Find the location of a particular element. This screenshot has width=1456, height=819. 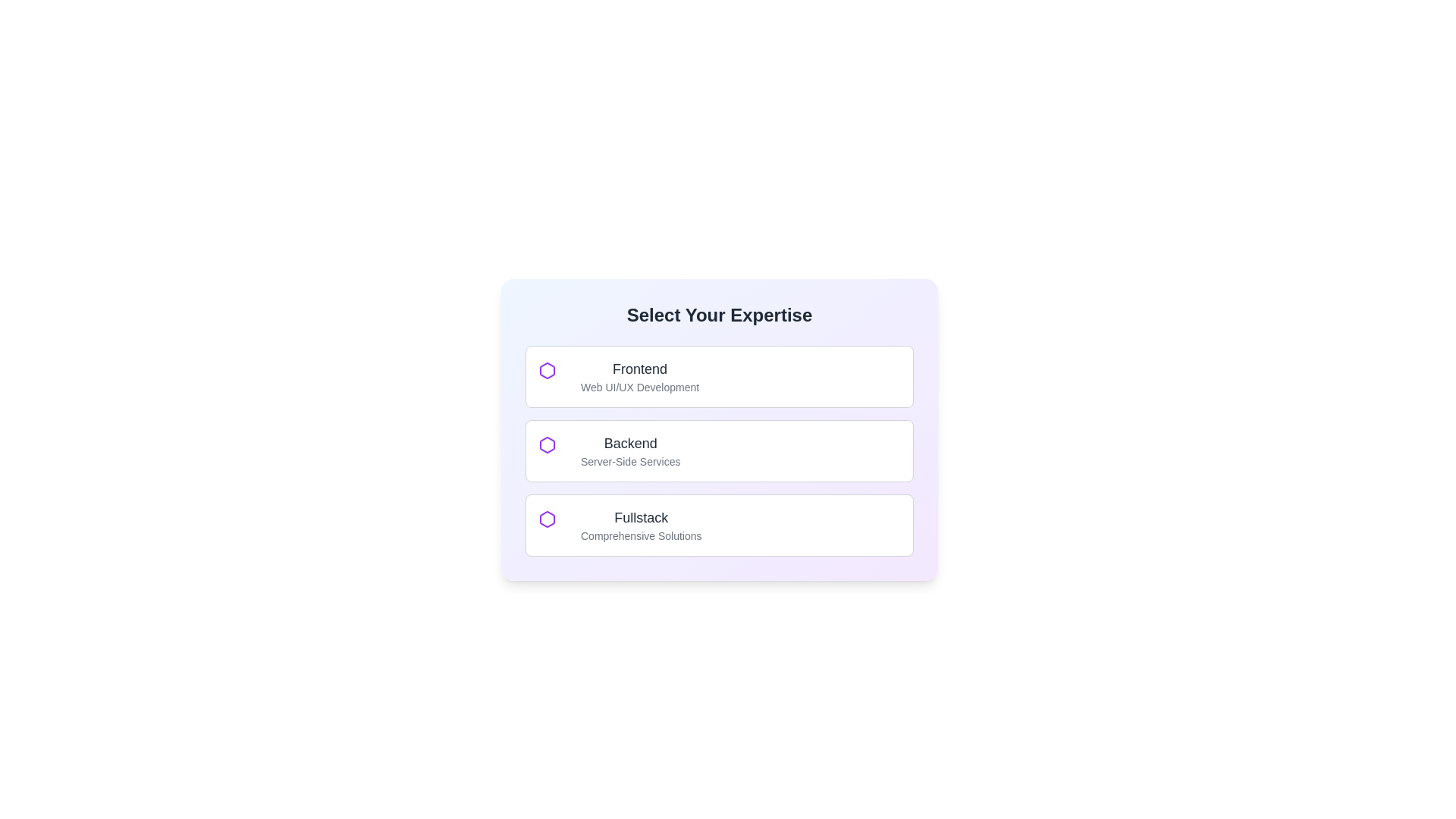

the design of the hexagonal icon with a purple border located to the left of the text 'Backend' on the panel titled 'Select Your Expertise' is located at coordinates (546, 444).